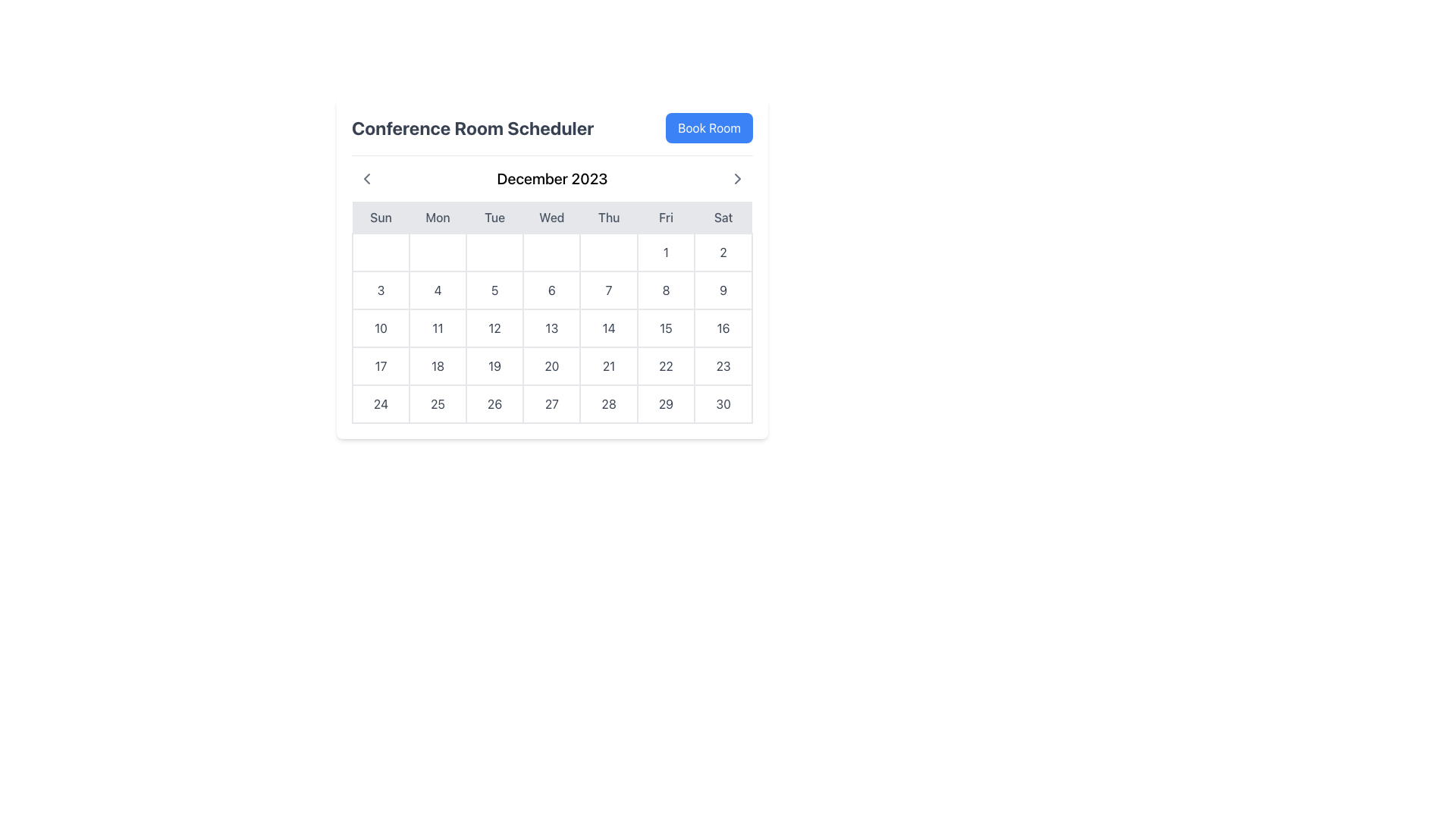  Describe the element at coordinates (494, 327) in the screenshot. I see `the selectable calendar date button labeled '12'` at that location.